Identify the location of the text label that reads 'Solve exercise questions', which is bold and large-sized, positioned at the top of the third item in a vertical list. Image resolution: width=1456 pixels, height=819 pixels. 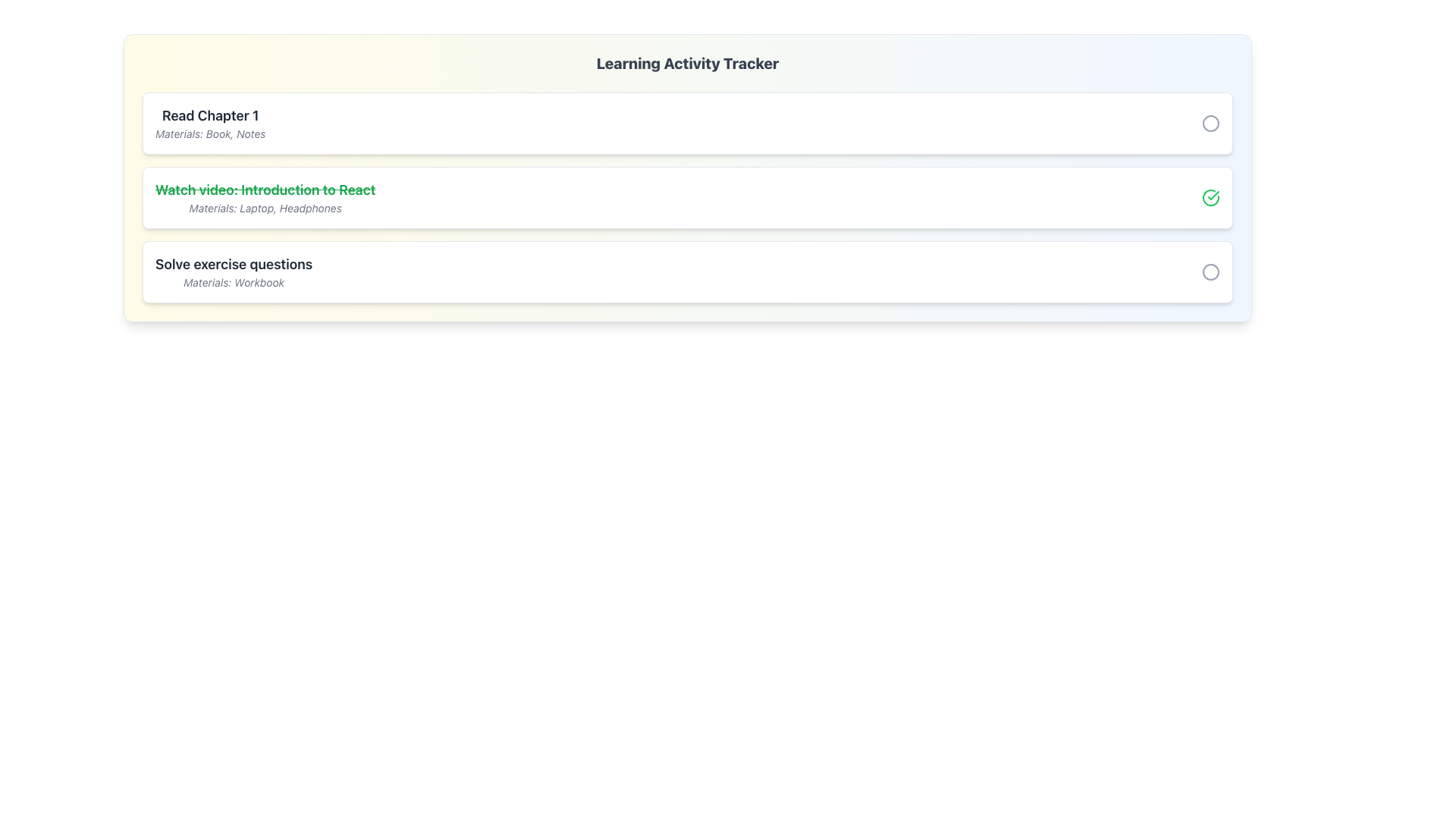
(233, 263).